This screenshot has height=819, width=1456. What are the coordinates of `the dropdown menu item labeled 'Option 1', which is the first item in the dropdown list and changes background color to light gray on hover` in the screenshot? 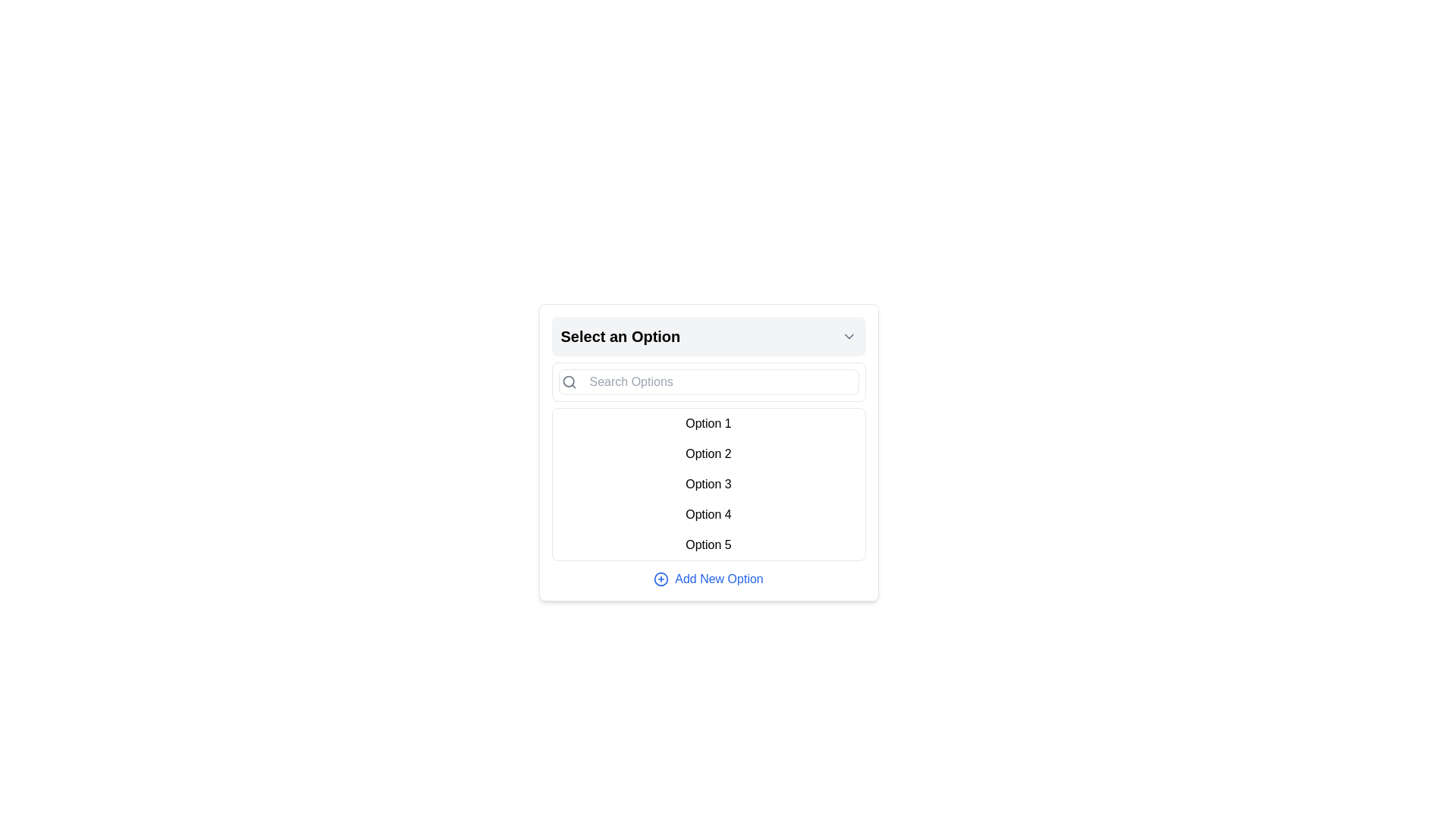 It's located at (708, 424).